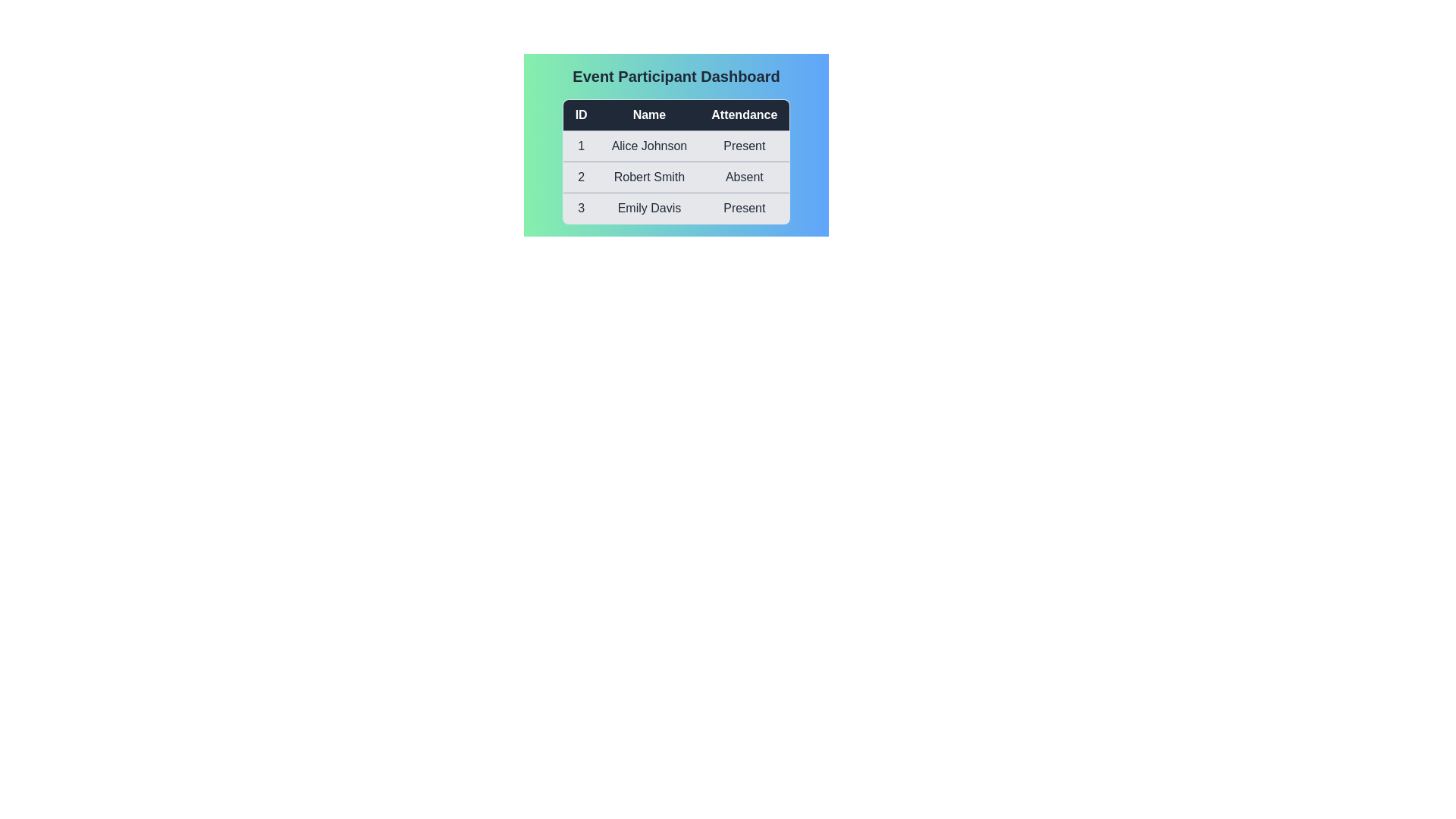 This screenshot has height=819, width=1456. What do you see at coordinates (745, 177) in the screenshot?
I see `the text label displaying 'Absent' in black on a light gray background, located in the third column of the second row of the attendance table` at bounding box center [745, 177].